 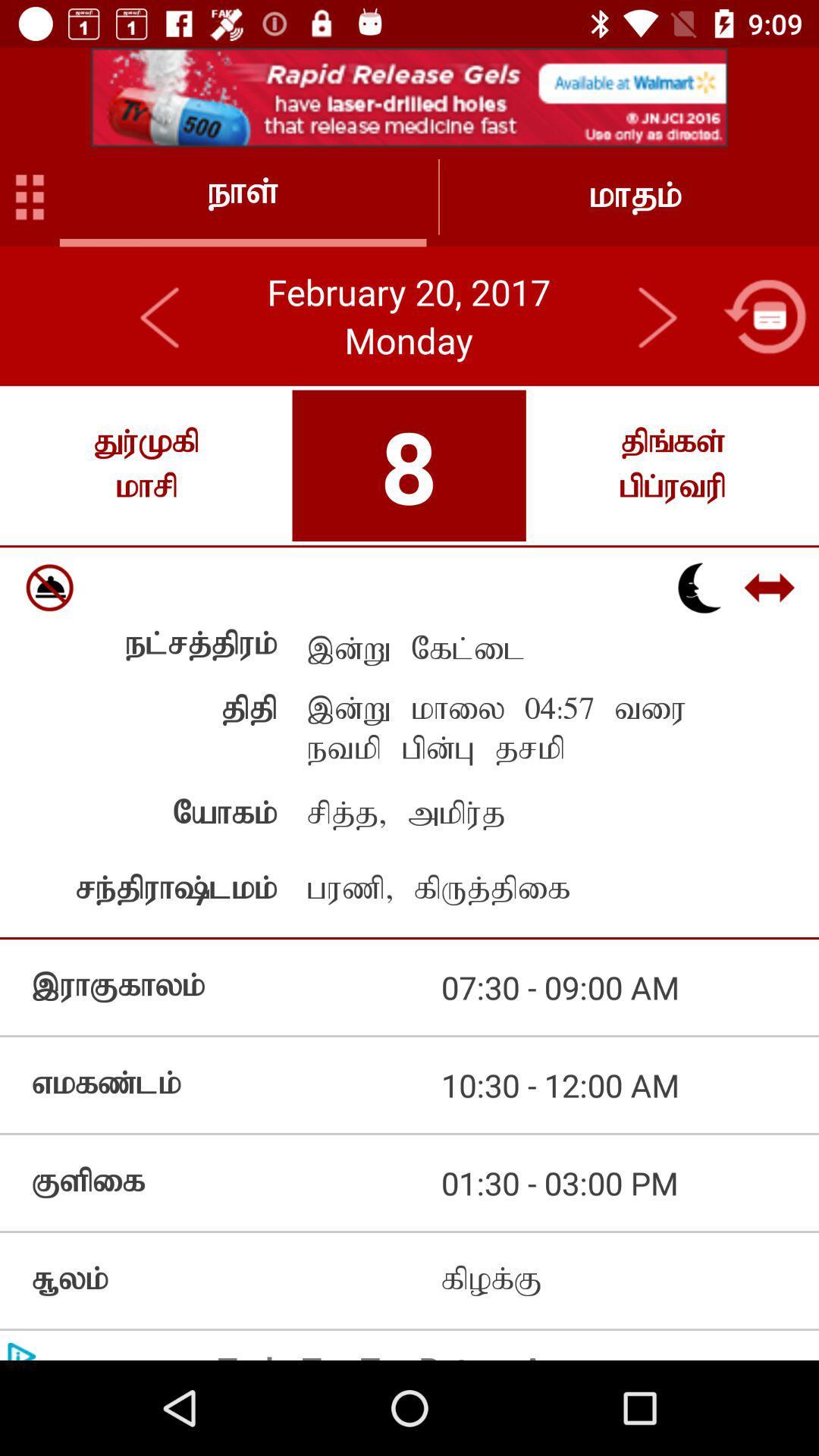 What do you see at coordinates (656, 315) in the screenshot?
I see `this button in next page` at bounding box center [656, 315].